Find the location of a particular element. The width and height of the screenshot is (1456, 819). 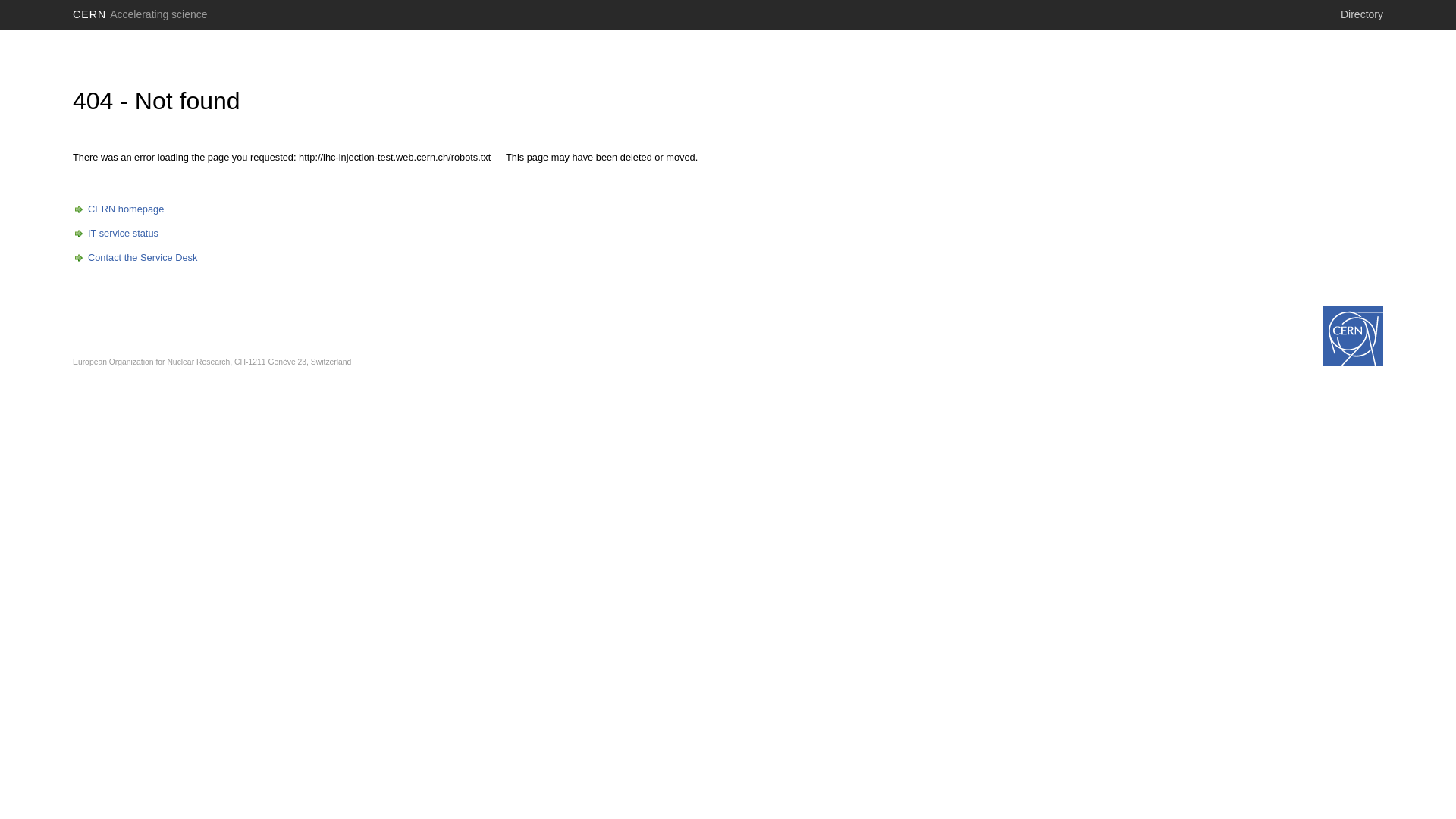

'Contact the Service Desk' is located at coordinates (134, 256).